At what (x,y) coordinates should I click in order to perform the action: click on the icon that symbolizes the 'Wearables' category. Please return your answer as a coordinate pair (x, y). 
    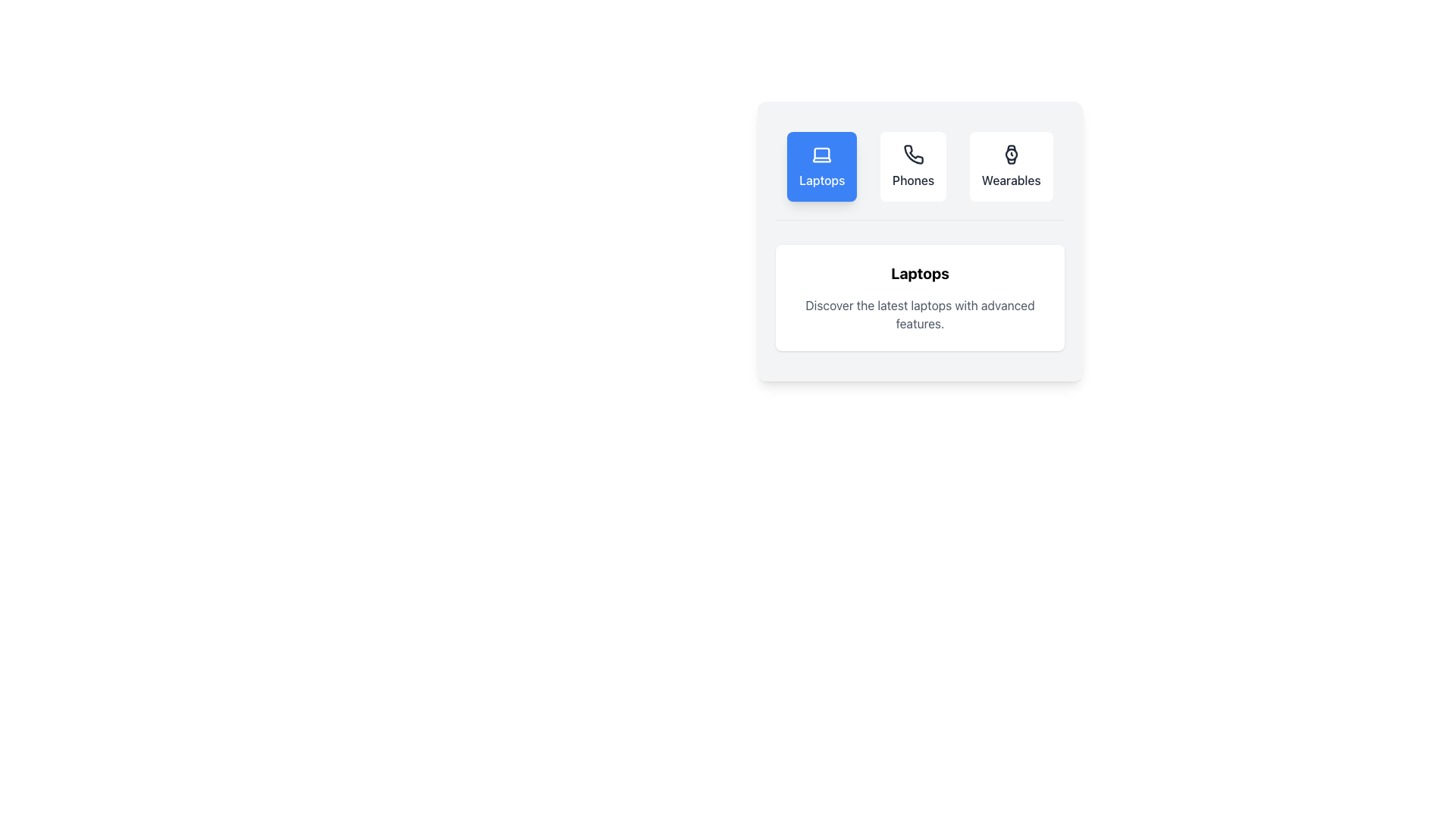
    Looking at the image, I should click on (1011, 155).